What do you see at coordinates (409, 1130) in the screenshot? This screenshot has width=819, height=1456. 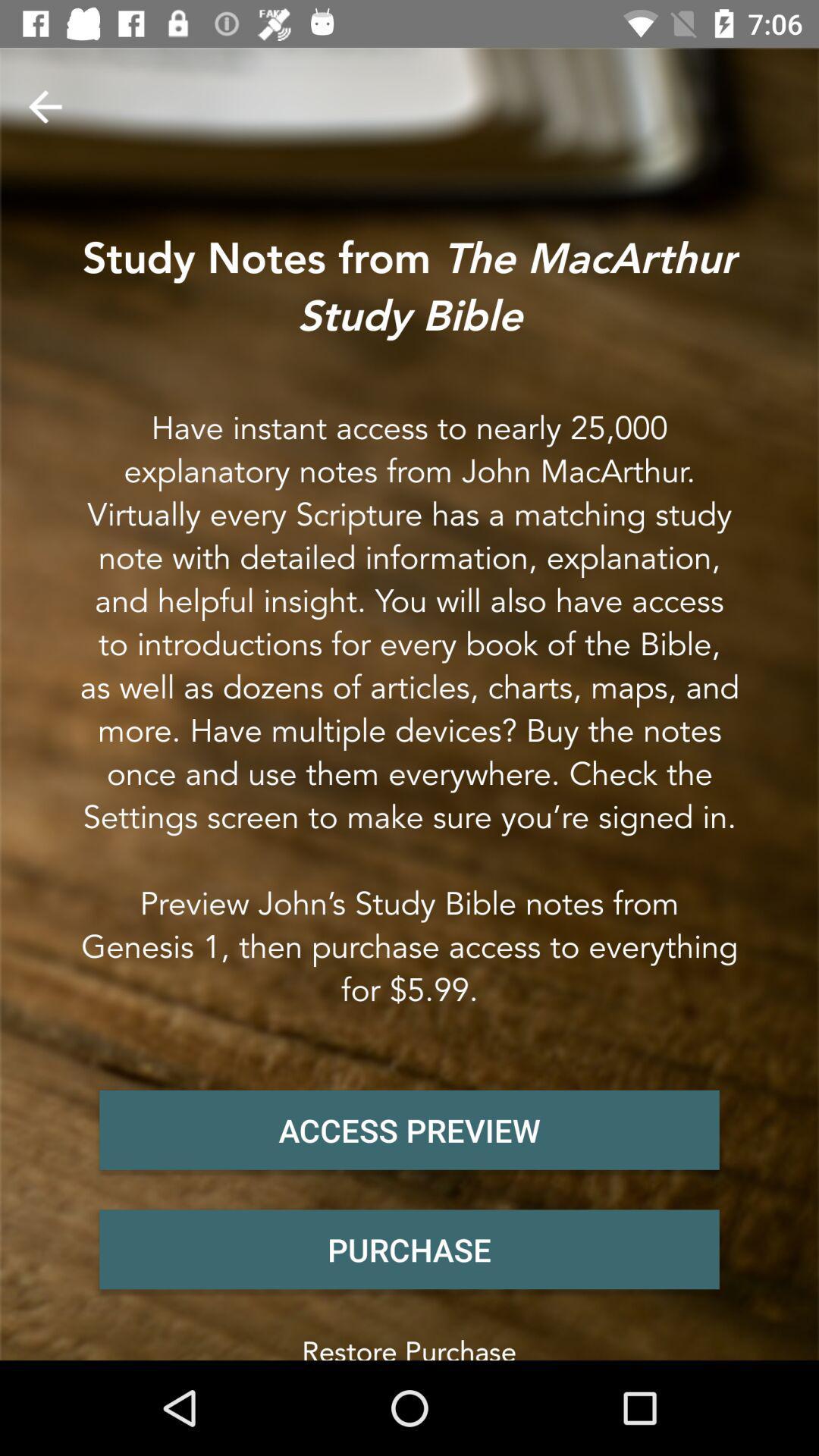 I see `the item below have instant access item` at bounding box center [409, 1130].